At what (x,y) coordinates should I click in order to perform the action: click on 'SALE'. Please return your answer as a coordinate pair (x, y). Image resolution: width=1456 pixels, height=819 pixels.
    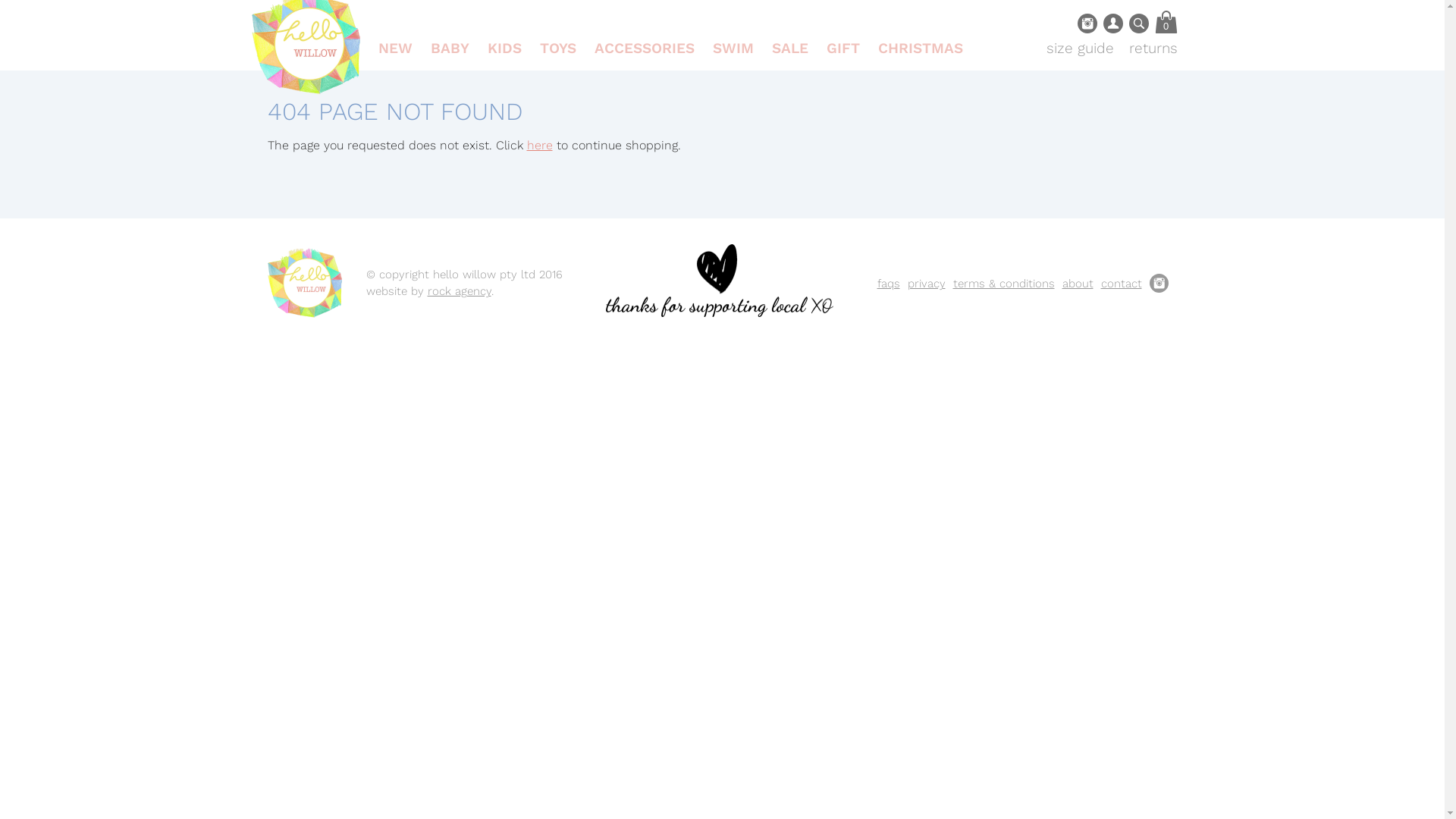
    Looking at the image, I should click on (789, 48).